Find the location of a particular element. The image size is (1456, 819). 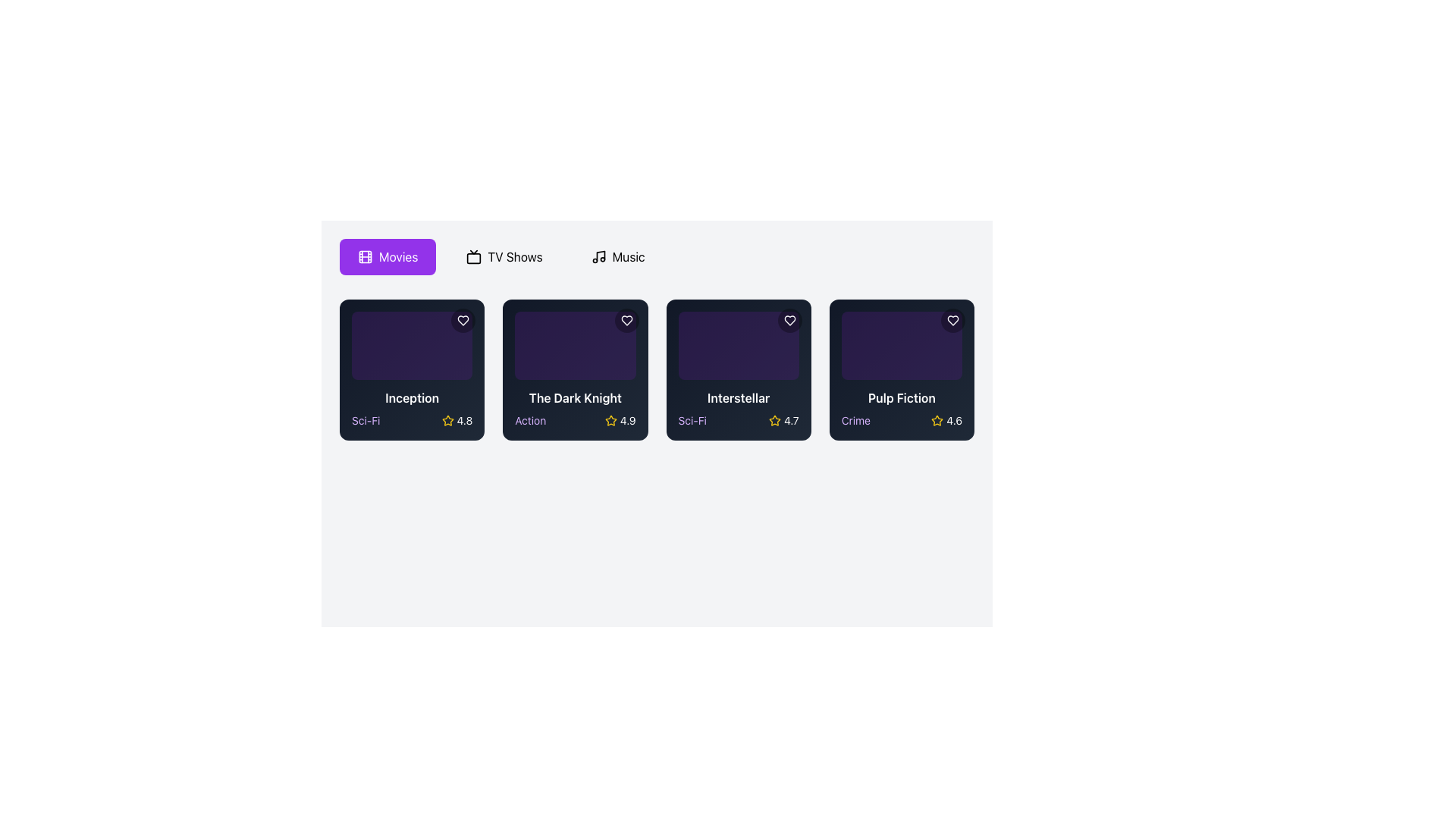

the favorite button for the movie 'Interstellar' located in the upper-right corner of its card is located at coordinates (789, 320).